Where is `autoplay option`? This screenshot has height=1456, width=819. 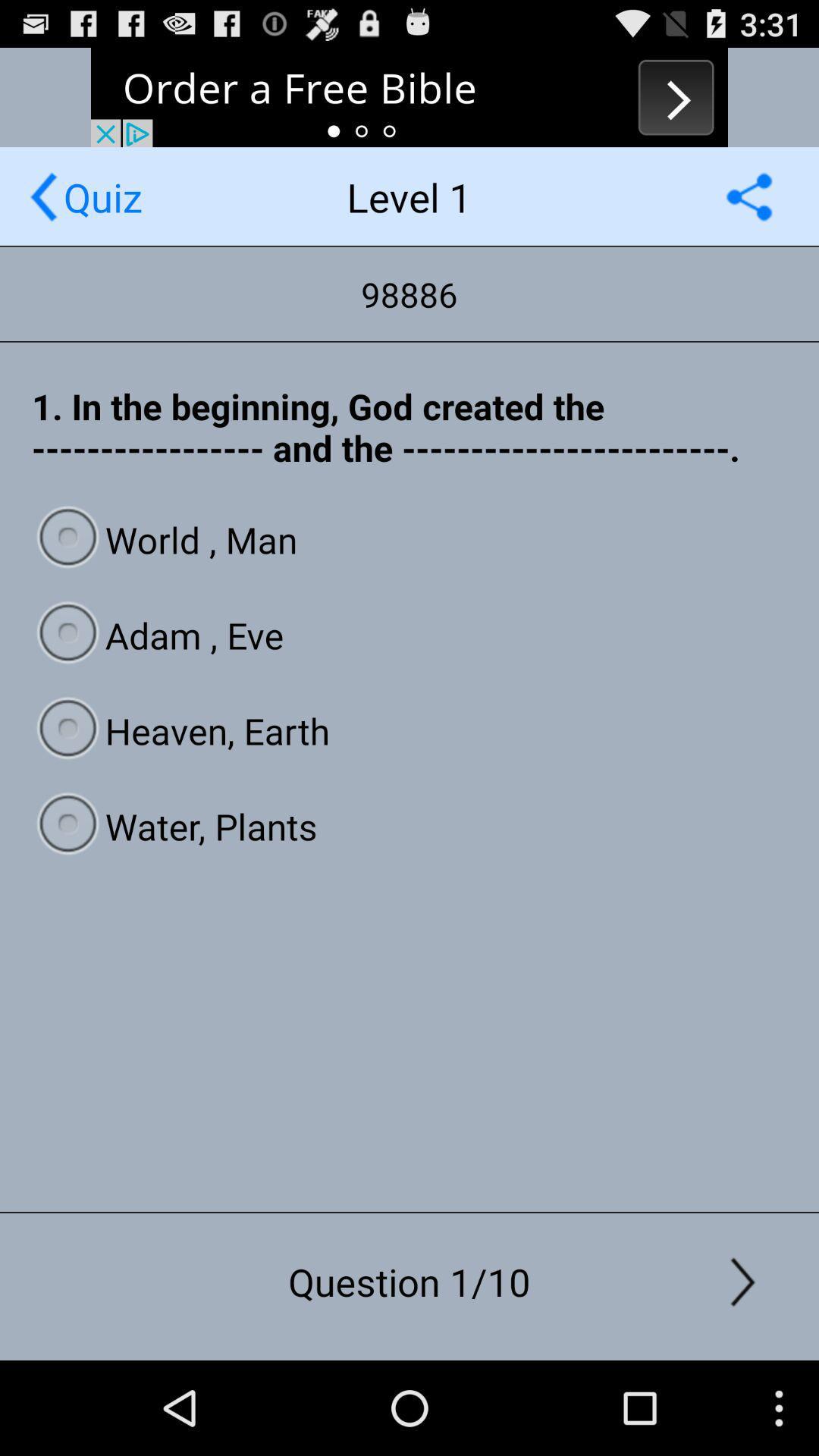
autoplay option is located at coordinates (748, 196).